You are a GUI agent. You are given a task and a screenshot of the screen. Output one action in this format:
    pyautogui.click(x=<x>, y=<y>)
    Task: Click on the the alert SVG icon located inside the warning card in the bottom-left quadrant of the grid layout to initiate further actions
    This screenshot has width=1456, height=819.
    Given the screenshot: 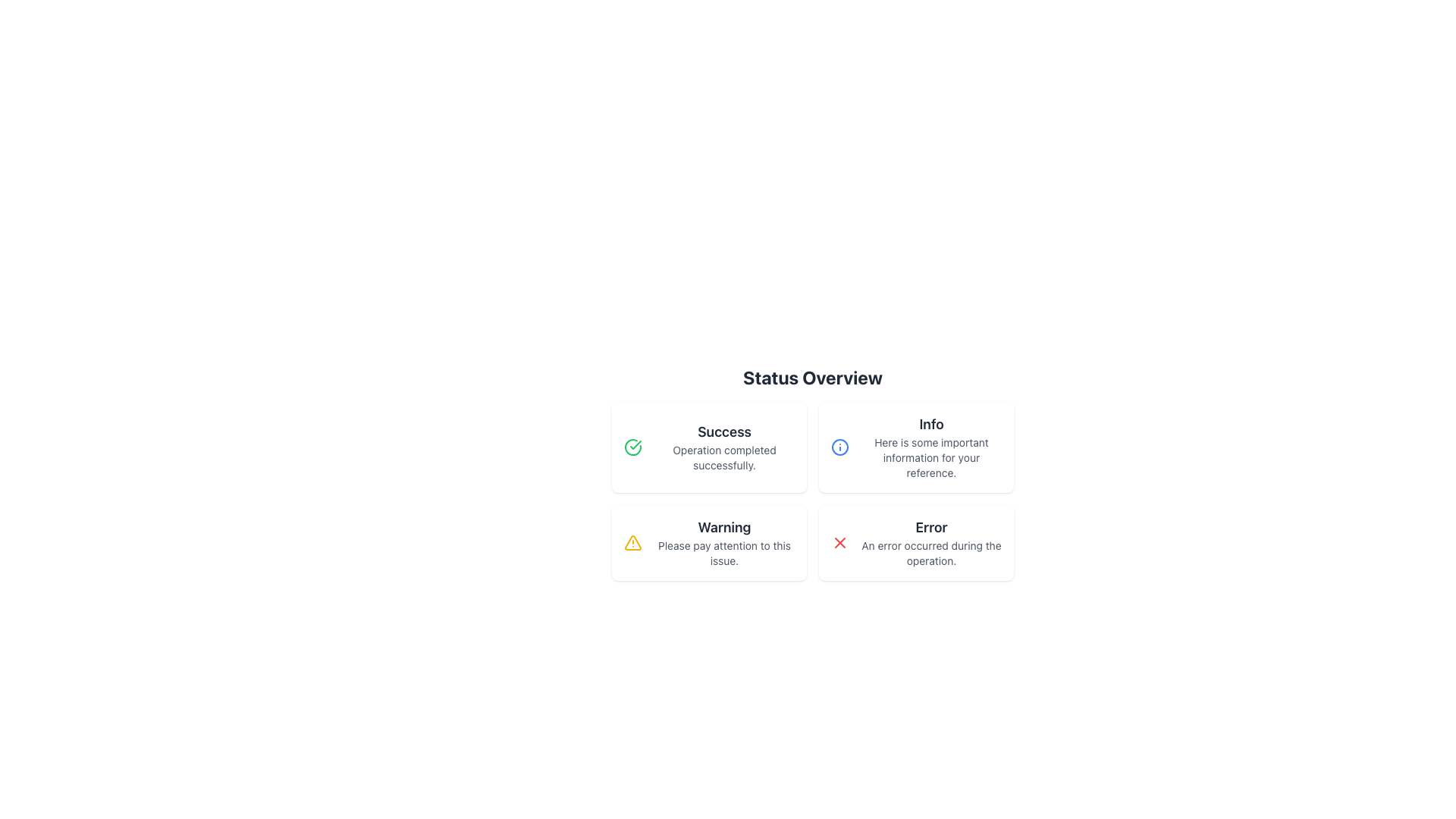 What is the action you would take?
    pyautogui.click(x=633, y=542)
    